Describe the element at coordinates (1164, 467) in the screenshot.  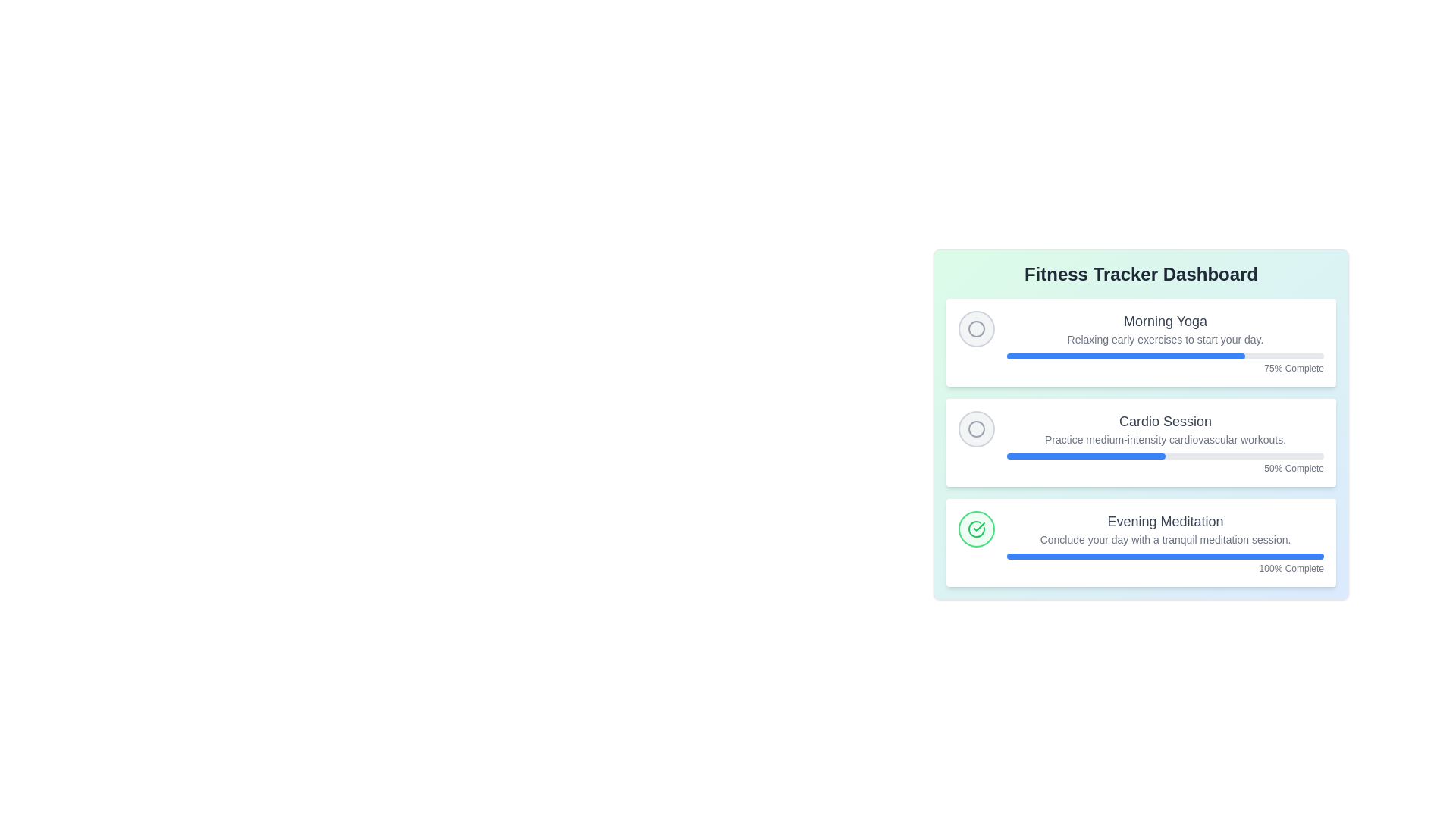
I see `the text label displaying '50% Complete' located in the bottom-right corner of the 'Cardio Session' section, styled in gray and aligned to the right` at that location.